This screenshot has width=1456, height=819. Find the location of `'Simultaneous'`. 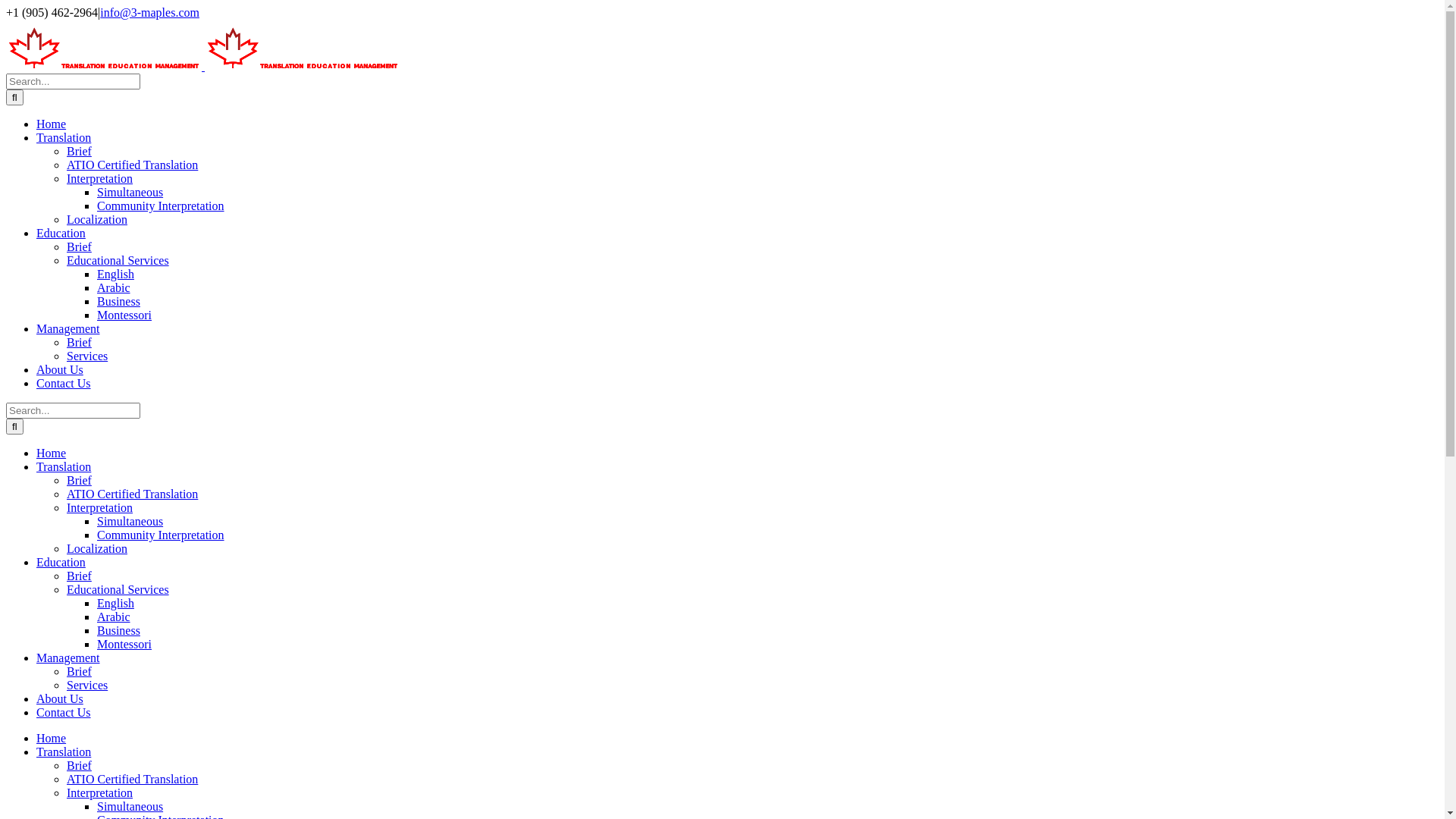

'Simultaneous' is located at coordinates (130, 805).